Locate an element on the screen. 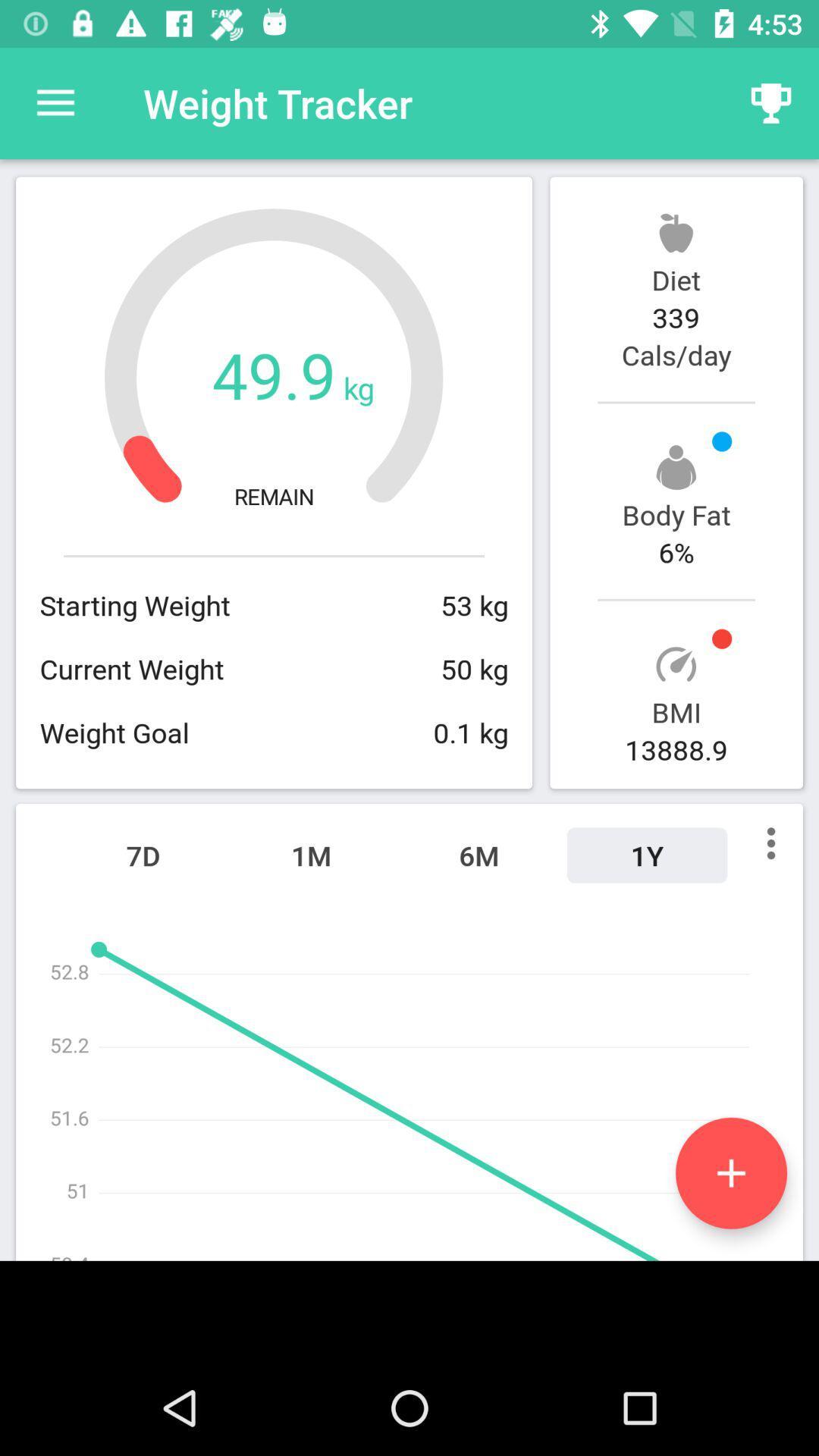  the item to the left of 1y item is located at coordinates (479, 855).